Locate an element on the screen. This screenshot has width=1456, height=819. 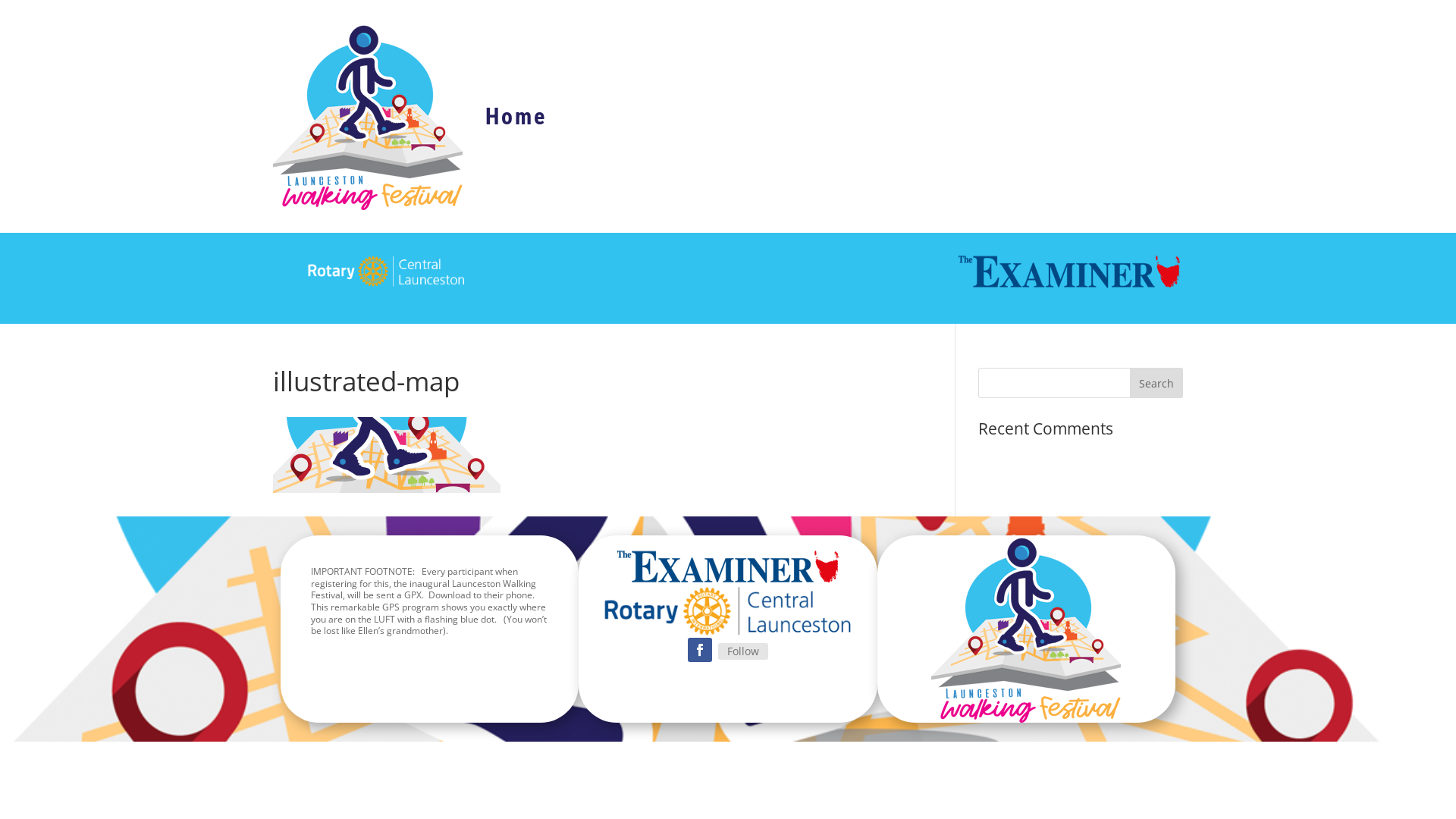
'Search' is located at coordinates (1156, 382).